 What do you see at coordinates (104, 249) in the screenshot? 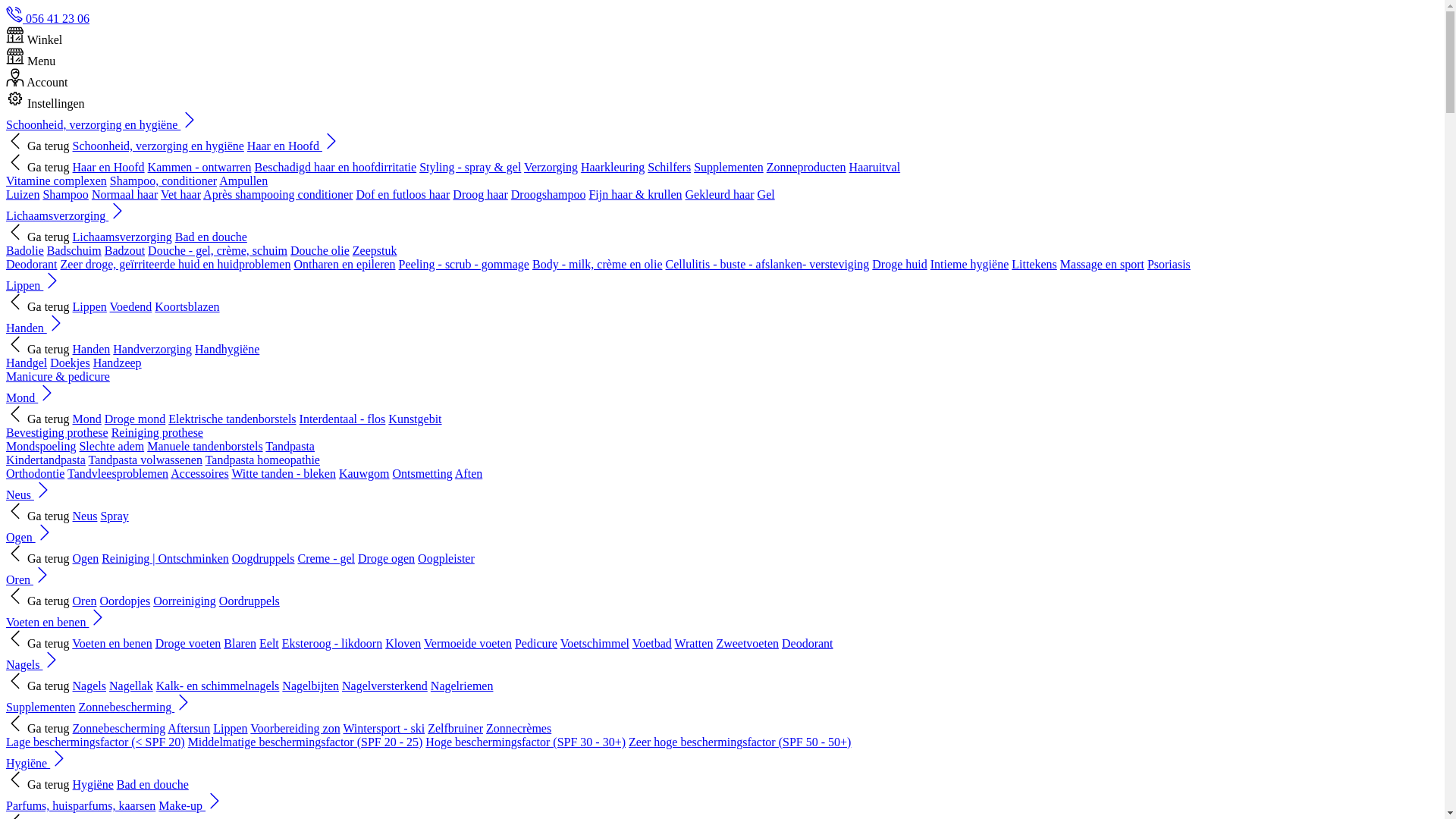
I see `'Badzout'` at bounding box center [104, 249].